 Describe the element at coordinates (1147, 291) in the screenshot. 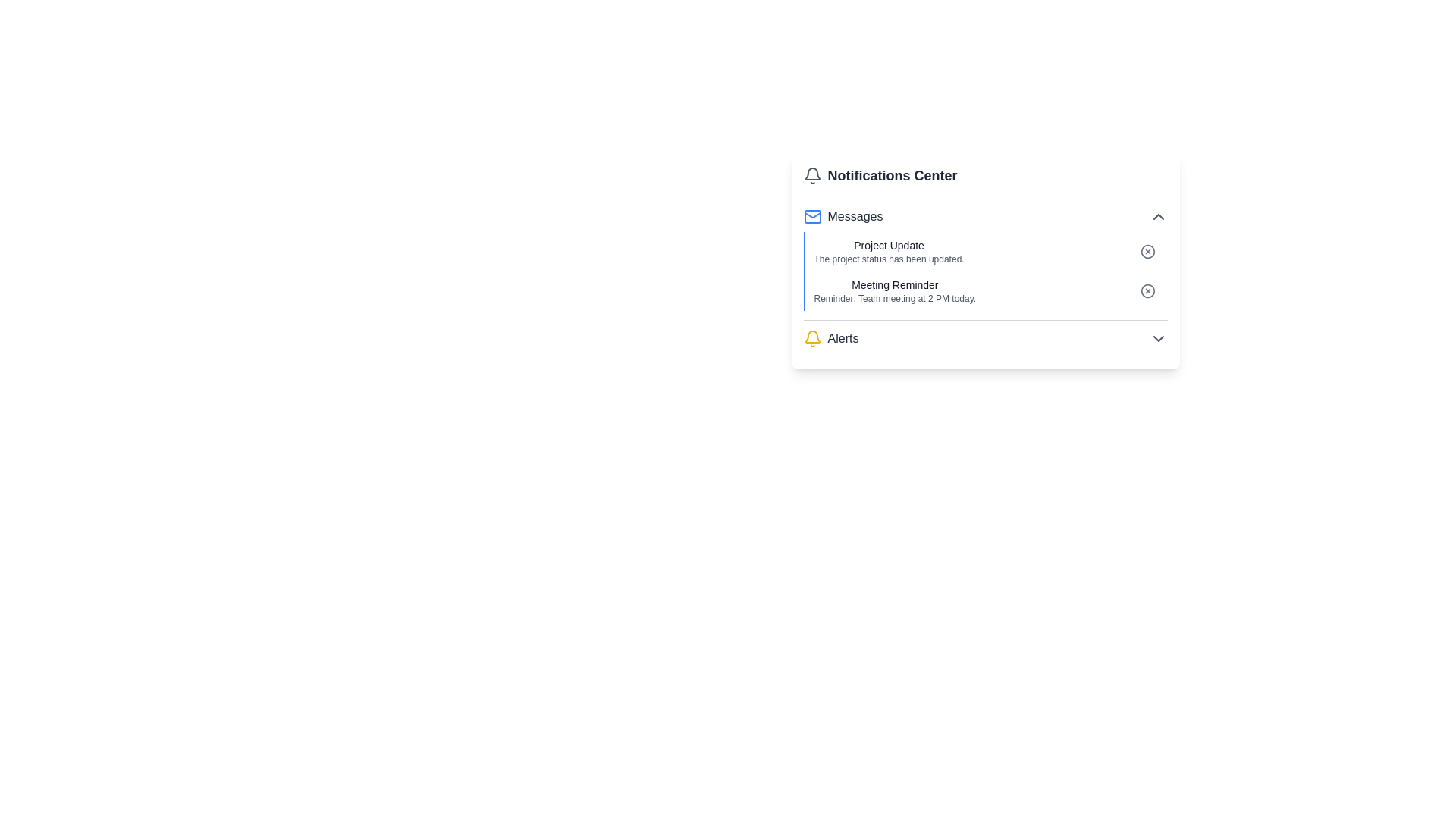

I see `the Icon button located to the right of the 'Meeting Reminder' text in the Notifications Center` at that location.